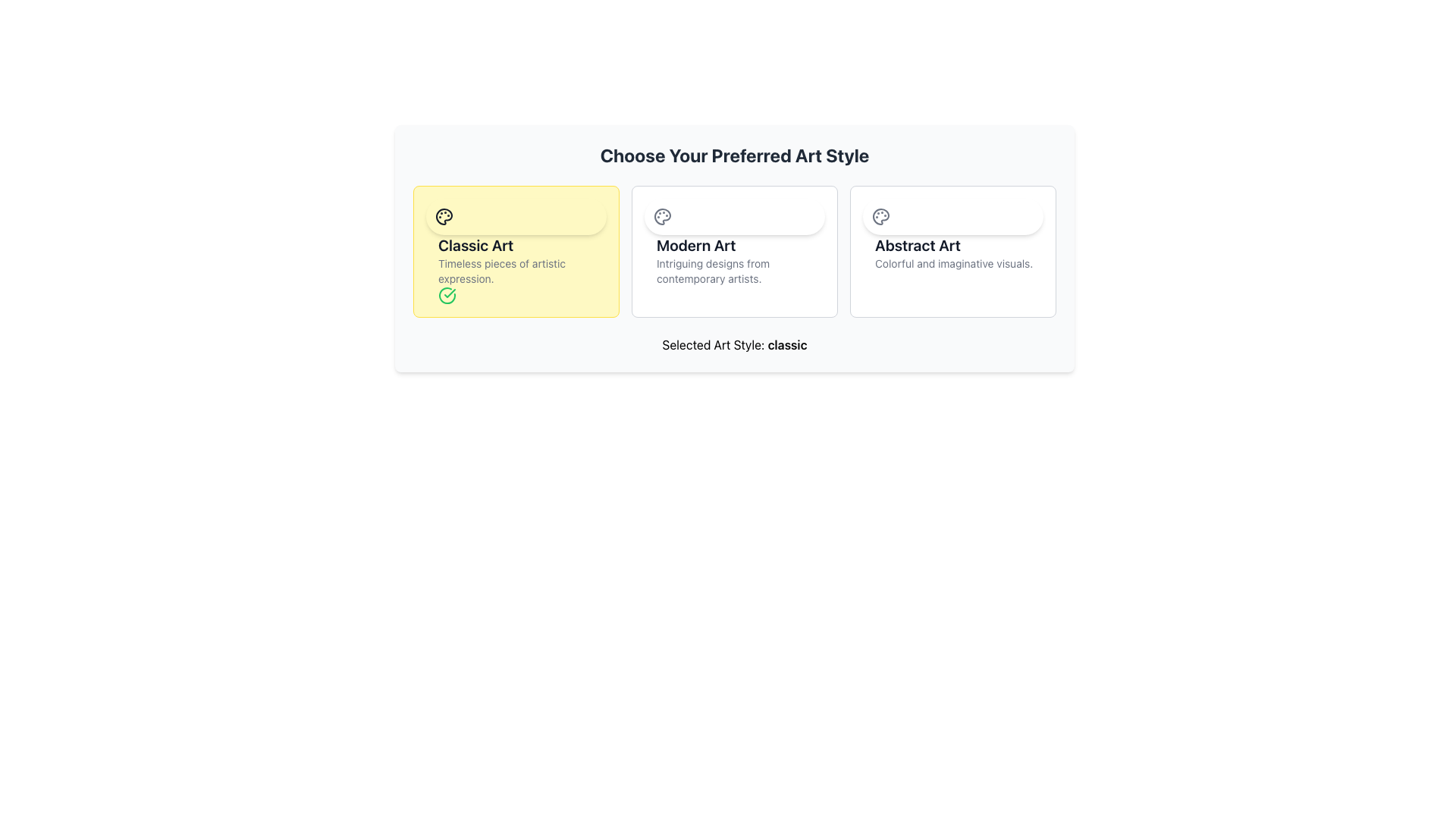  Describe the element at coordinates (741, 271) in the screenshot. I see `the descriptive text label located beneath the heading of the 'Modern Art' card in the center of a three-card layout` at that location.